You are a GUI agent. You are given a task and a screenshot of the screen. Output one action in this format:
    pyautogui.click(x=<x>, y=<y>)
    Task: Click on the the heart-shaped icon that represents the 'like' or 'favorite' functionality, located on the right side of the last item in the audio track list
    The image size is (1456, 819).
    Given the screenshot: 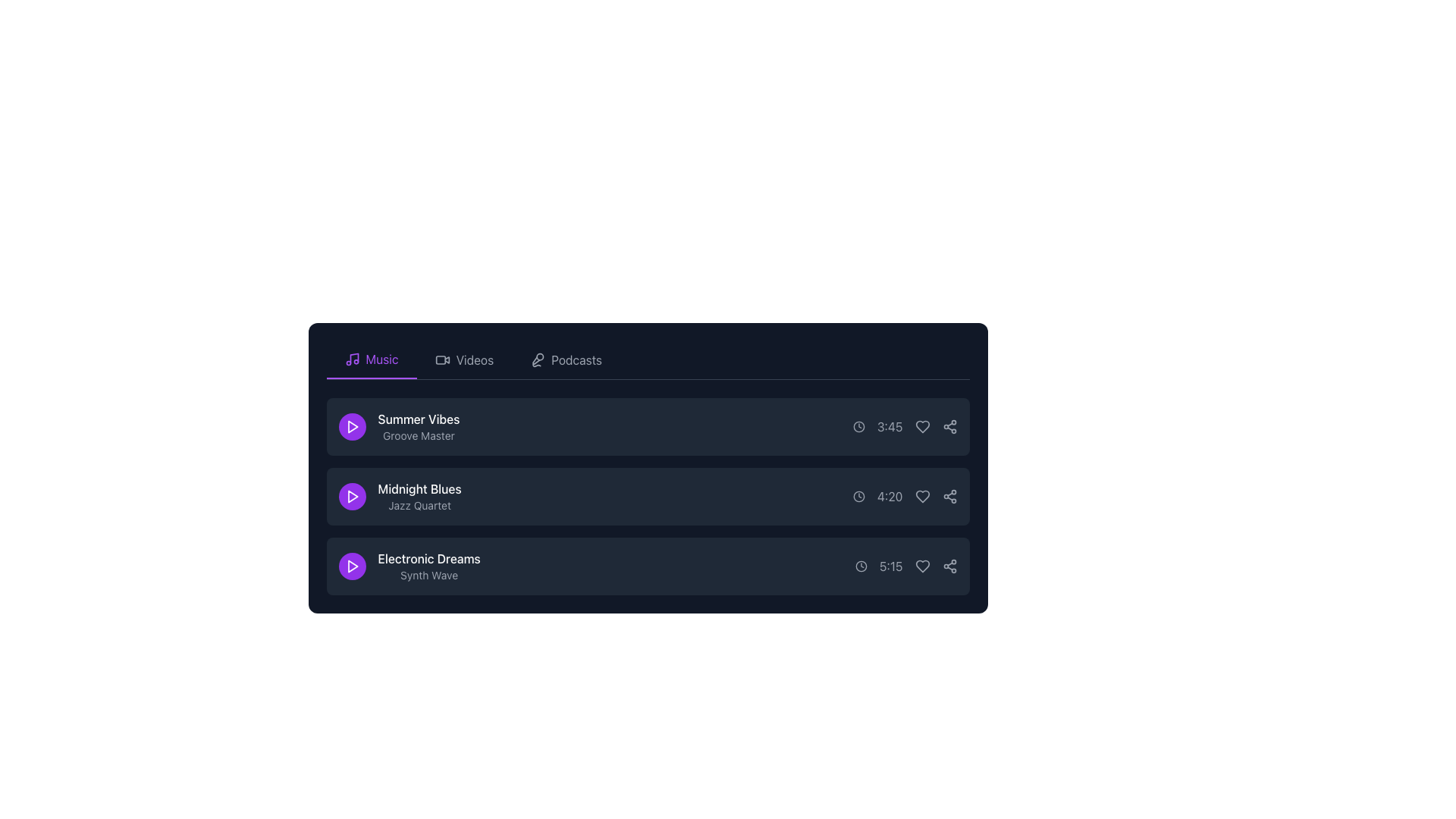 What is the action you would take?
    pyautogui.click(x=921, y=566)
    